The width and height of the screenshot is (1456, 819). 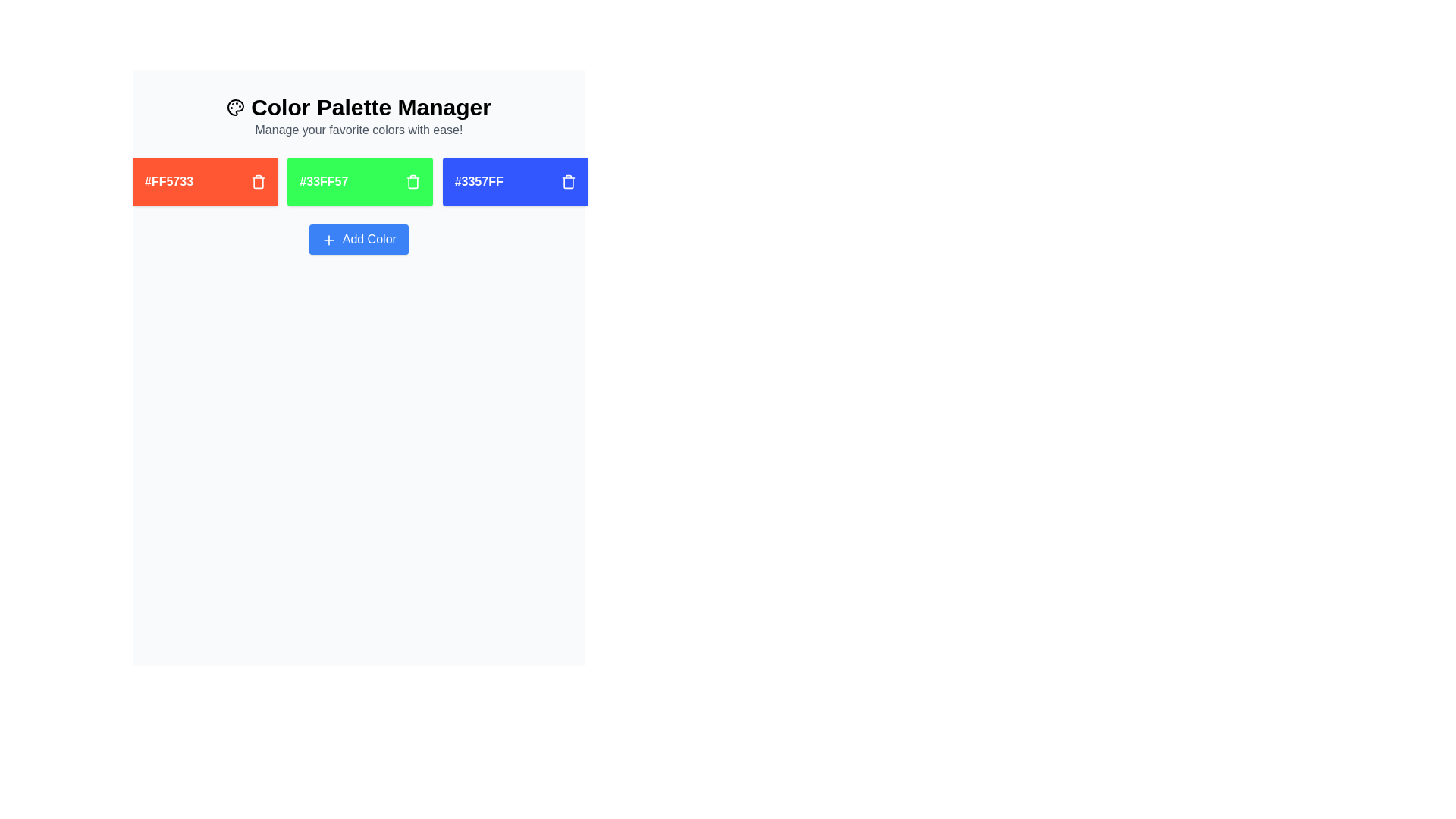 I want to click on the descriptive subtitle text element located directly below the 'Color Palette Manager' title, so click(x=358, y=130).